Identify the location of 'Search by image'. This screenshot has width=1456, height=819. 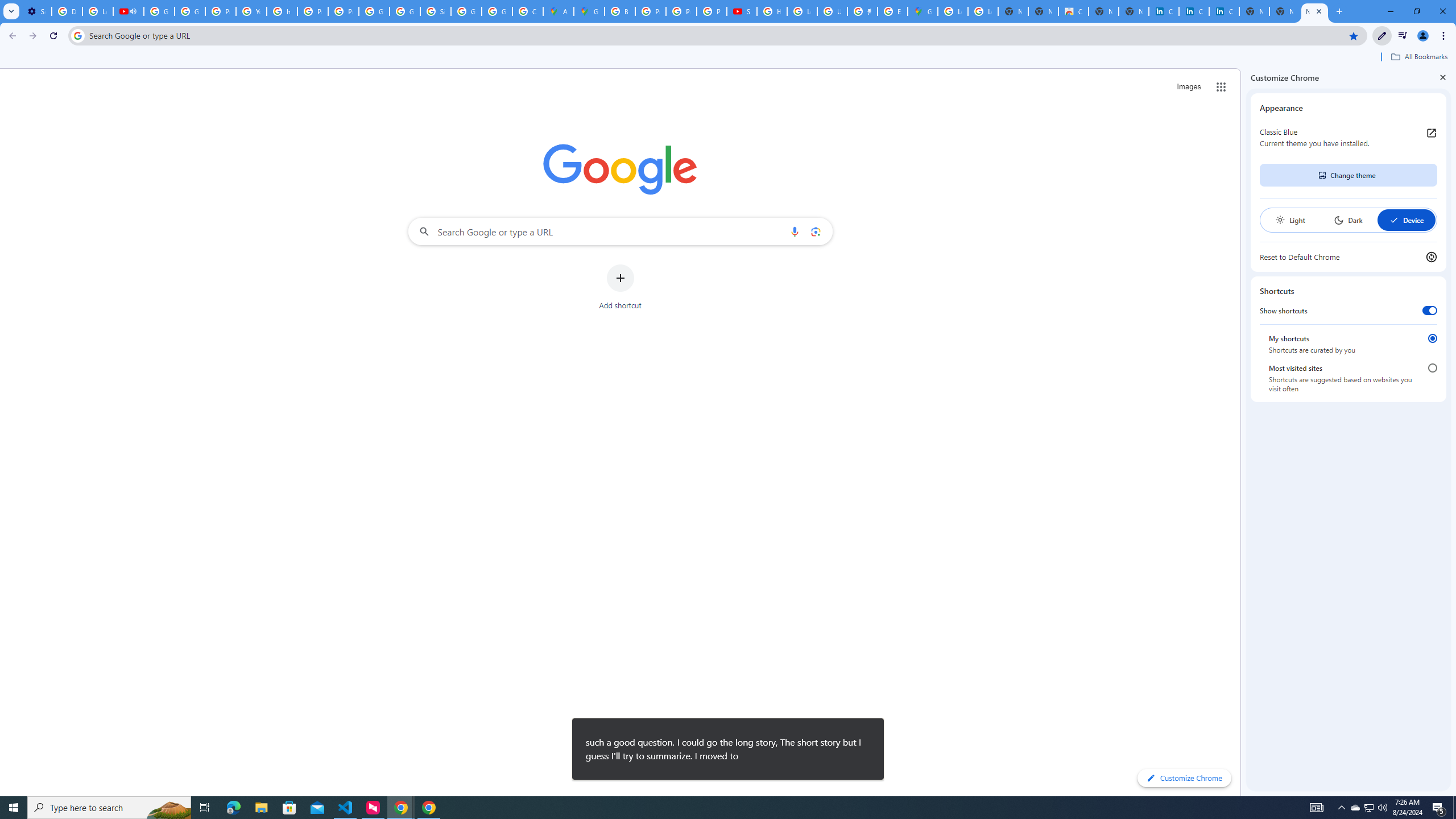
(816, 230).